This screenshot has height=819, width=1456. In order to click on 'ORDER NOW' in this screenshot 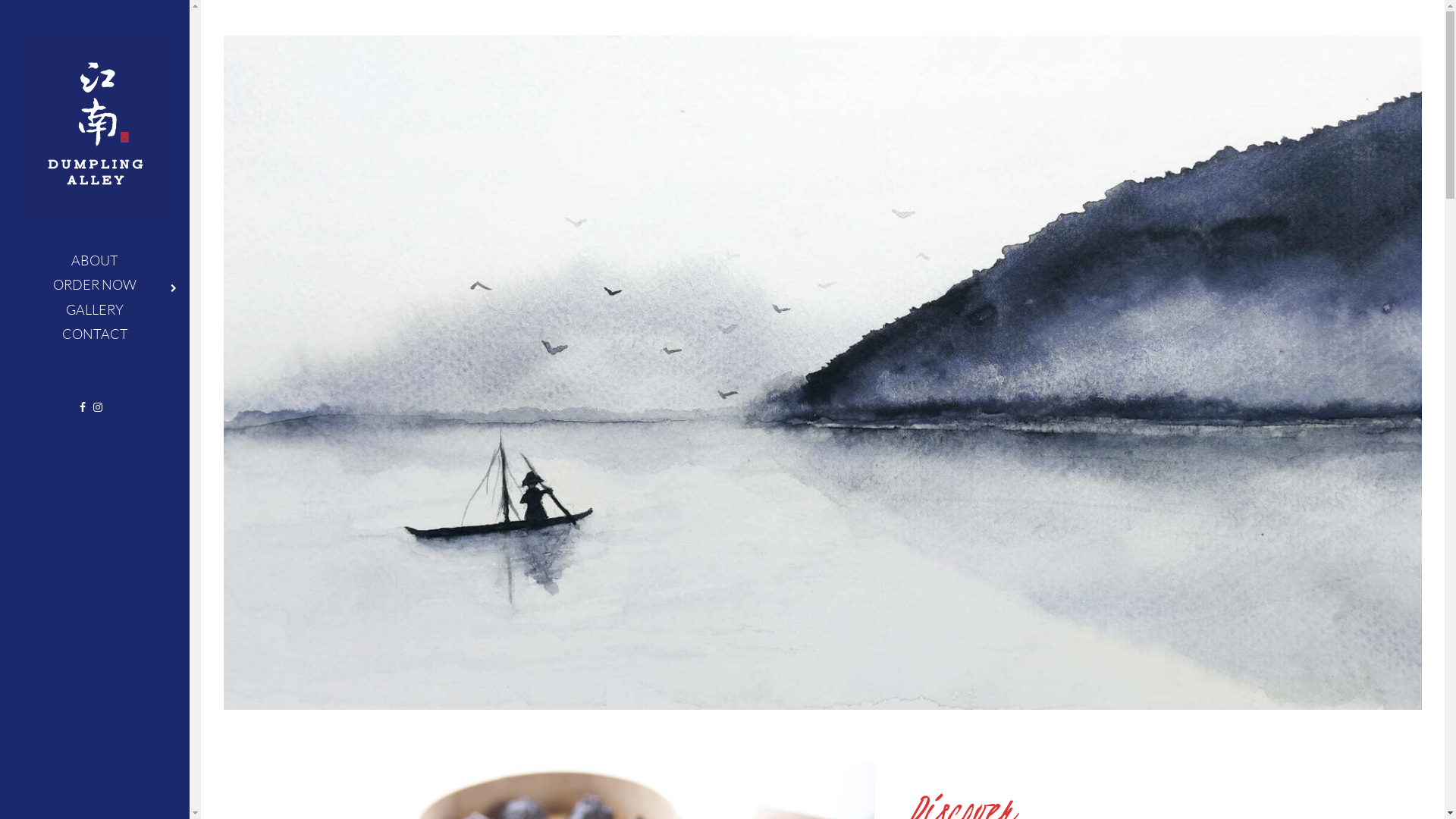, I will do `click(93, 284)`.